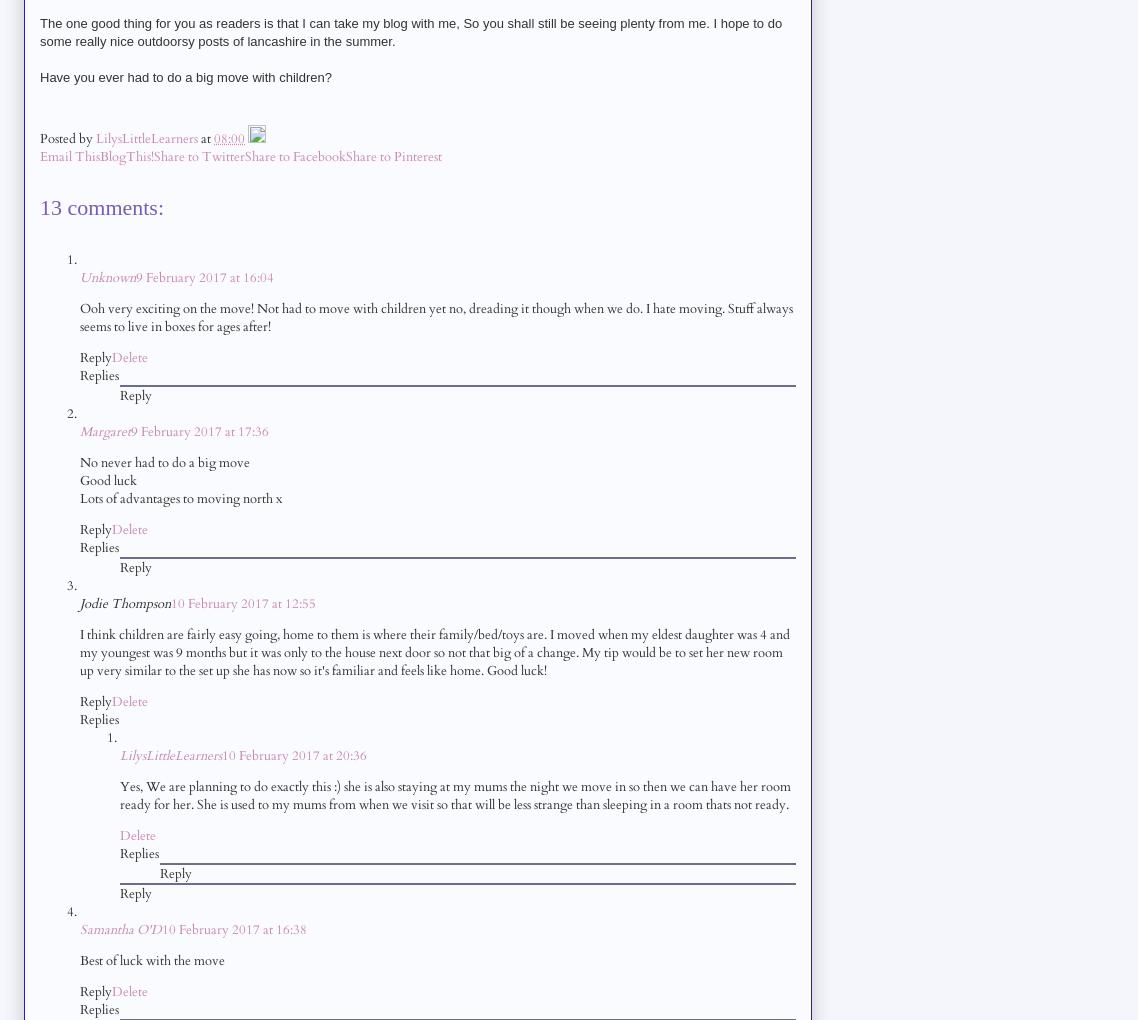 The width and height of the screenshot is (1138, 1020). Describe the element at coordinates (454, 793) in the screenshot. I see `'Yes, We are planning to do exactly this :) she is also staying at my mums the night we move in so then we can have her room ready for her. She is used to my mums from when we visit so that will be less strange than sleeping in a room thats not ready.'` at that location.